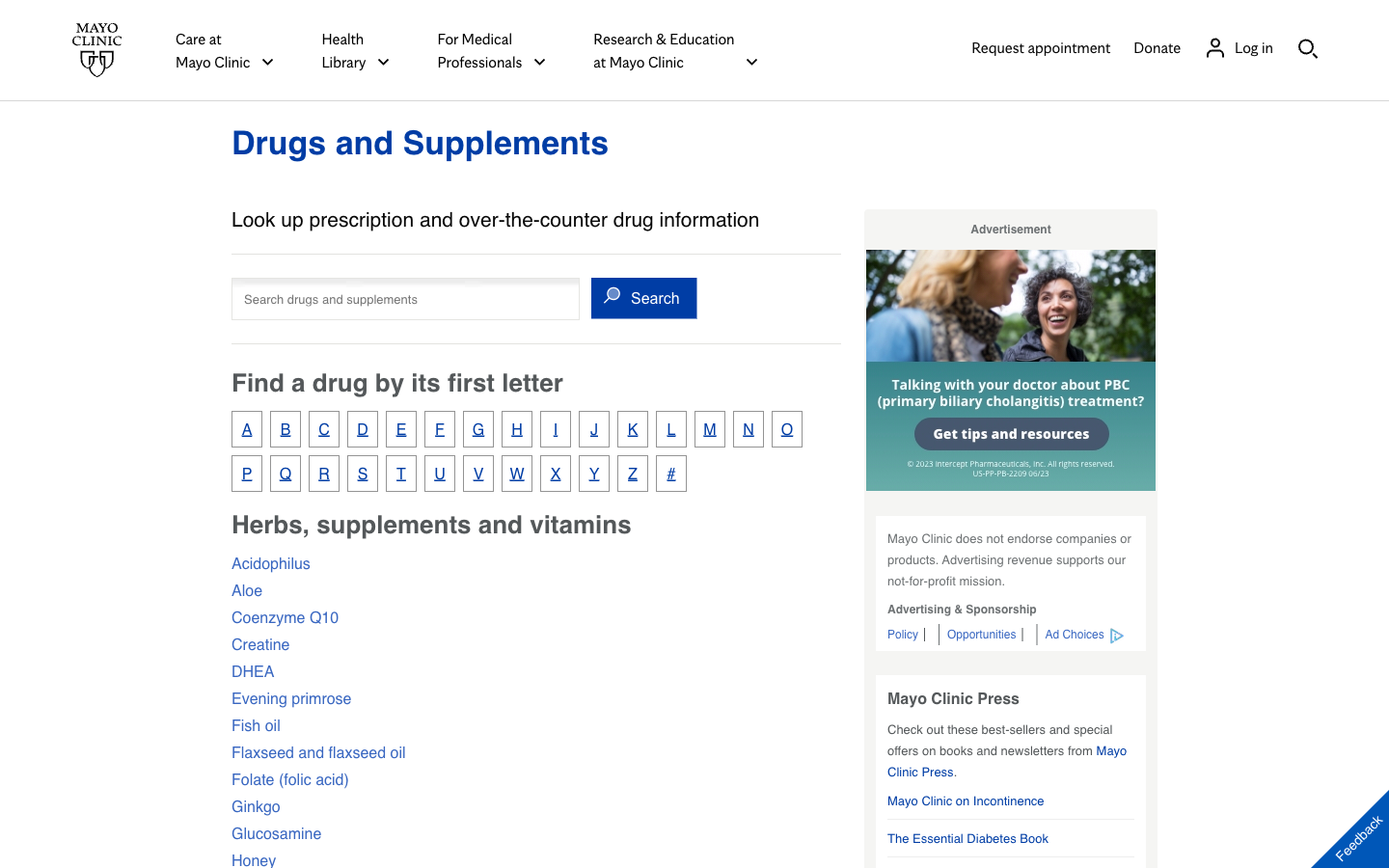  Describe the element at coordinates (983, 634) in the screenshot. I see `an employment search at Mayo Clinic` at that location.